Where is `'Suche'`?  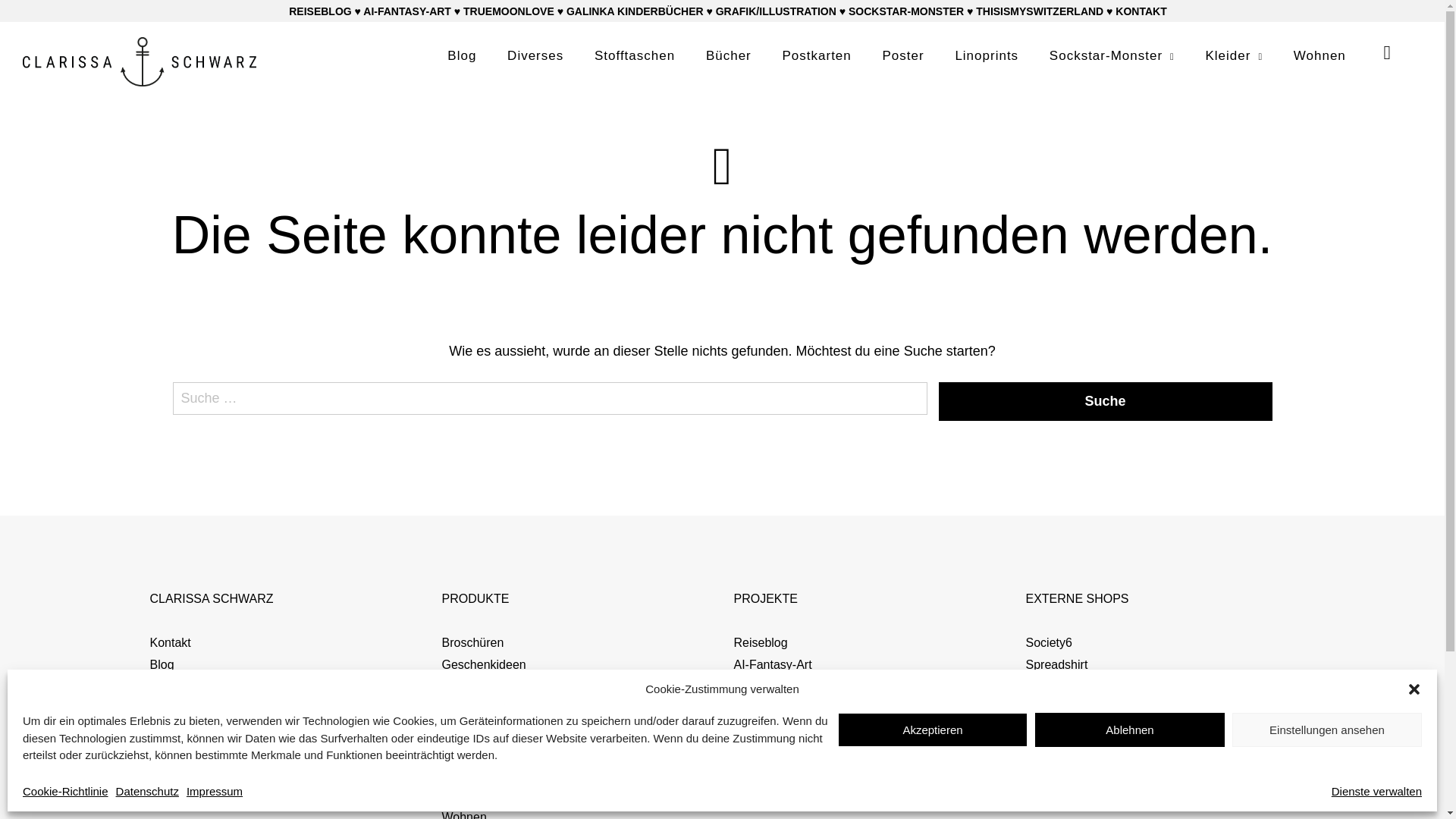
'Suche' is located at coordinates (1106, 400).